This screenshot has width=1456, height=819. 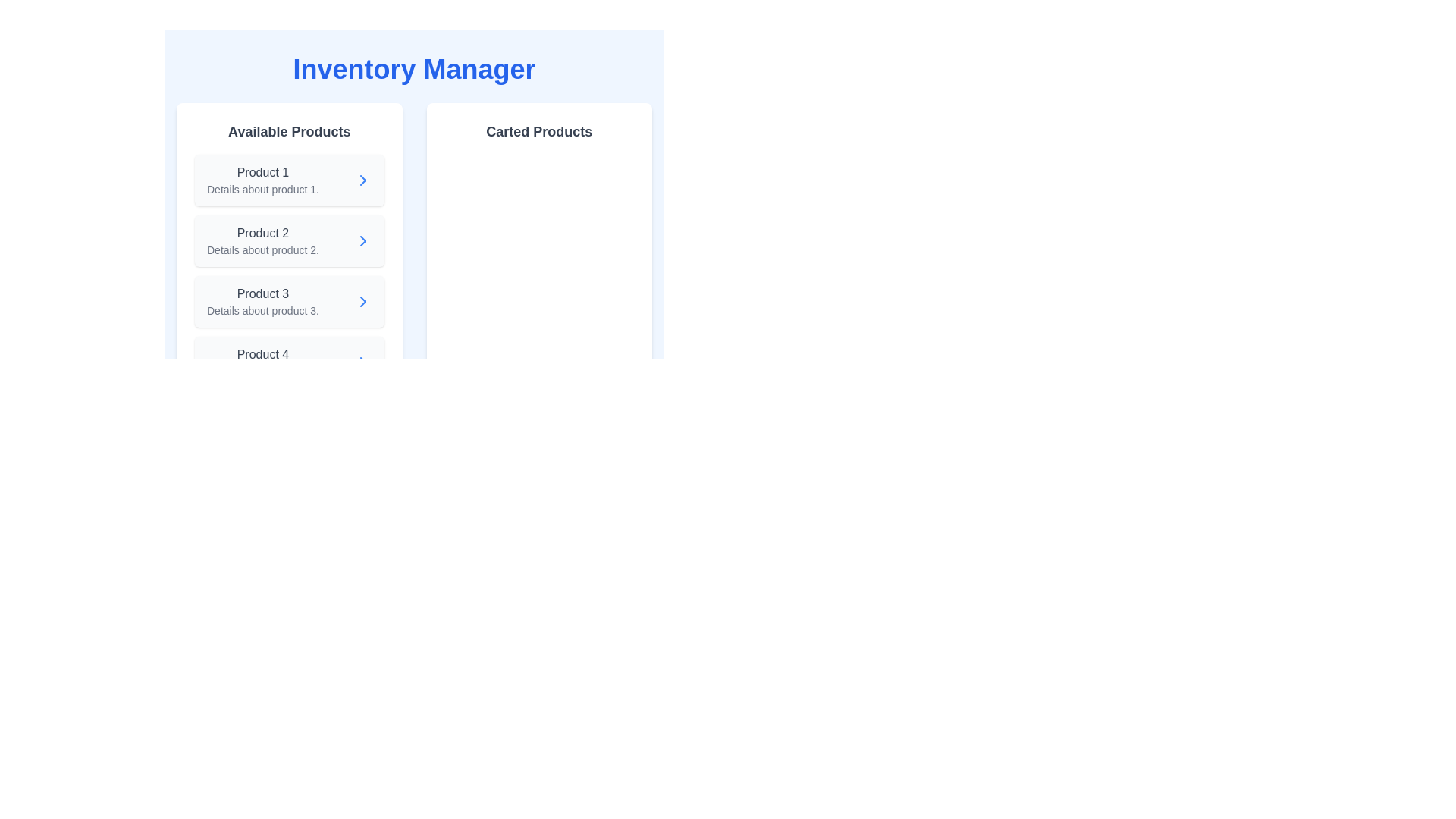 What do you see at coordinates (262, 301) in the screenshot?
I see `the List Item displaying 'Product 3'` at bounding box center [262, 301].